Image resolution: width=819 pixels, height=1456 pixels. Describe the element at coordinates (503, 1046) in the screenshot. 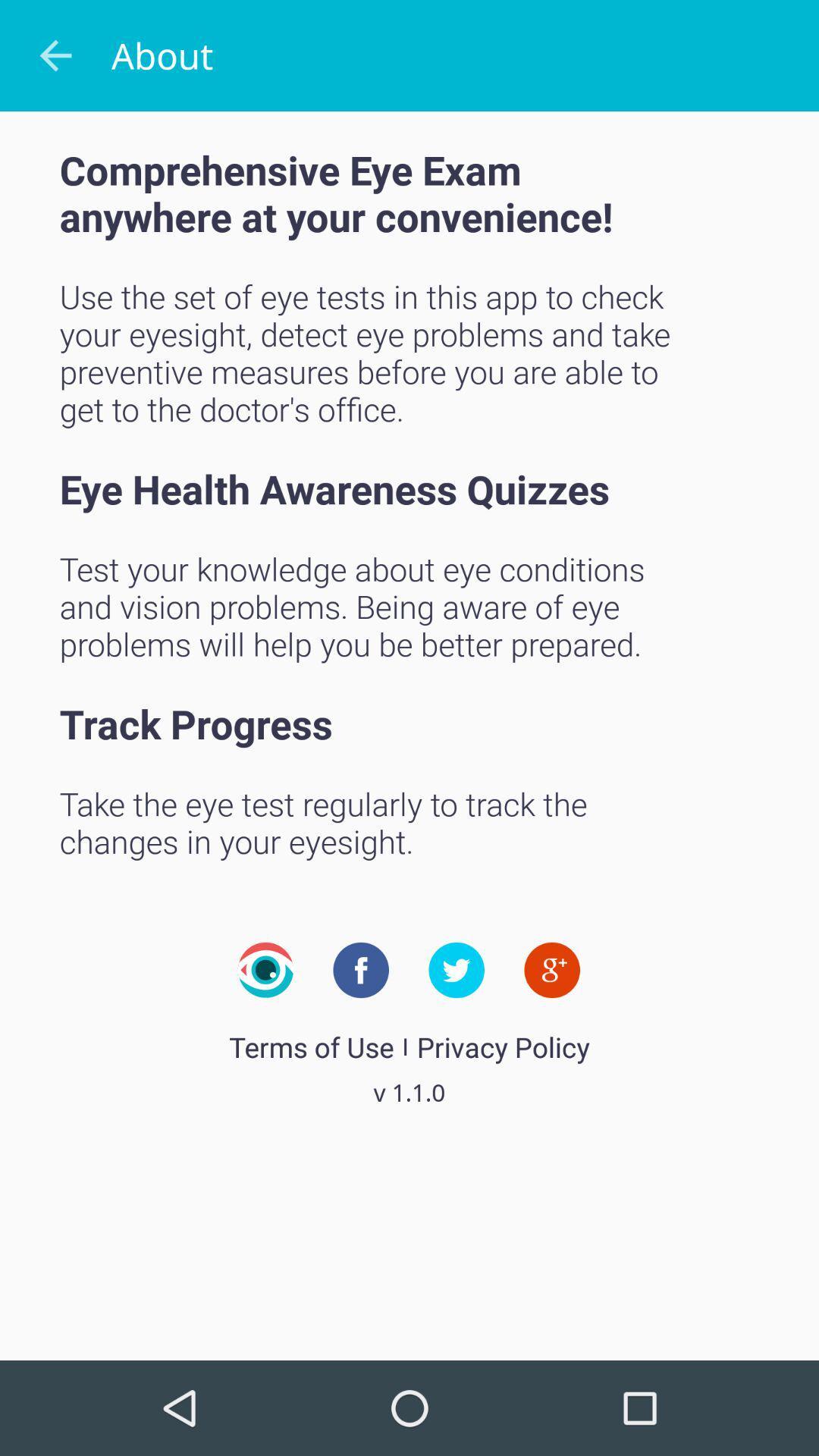

I see `the privacy policy` at that location.